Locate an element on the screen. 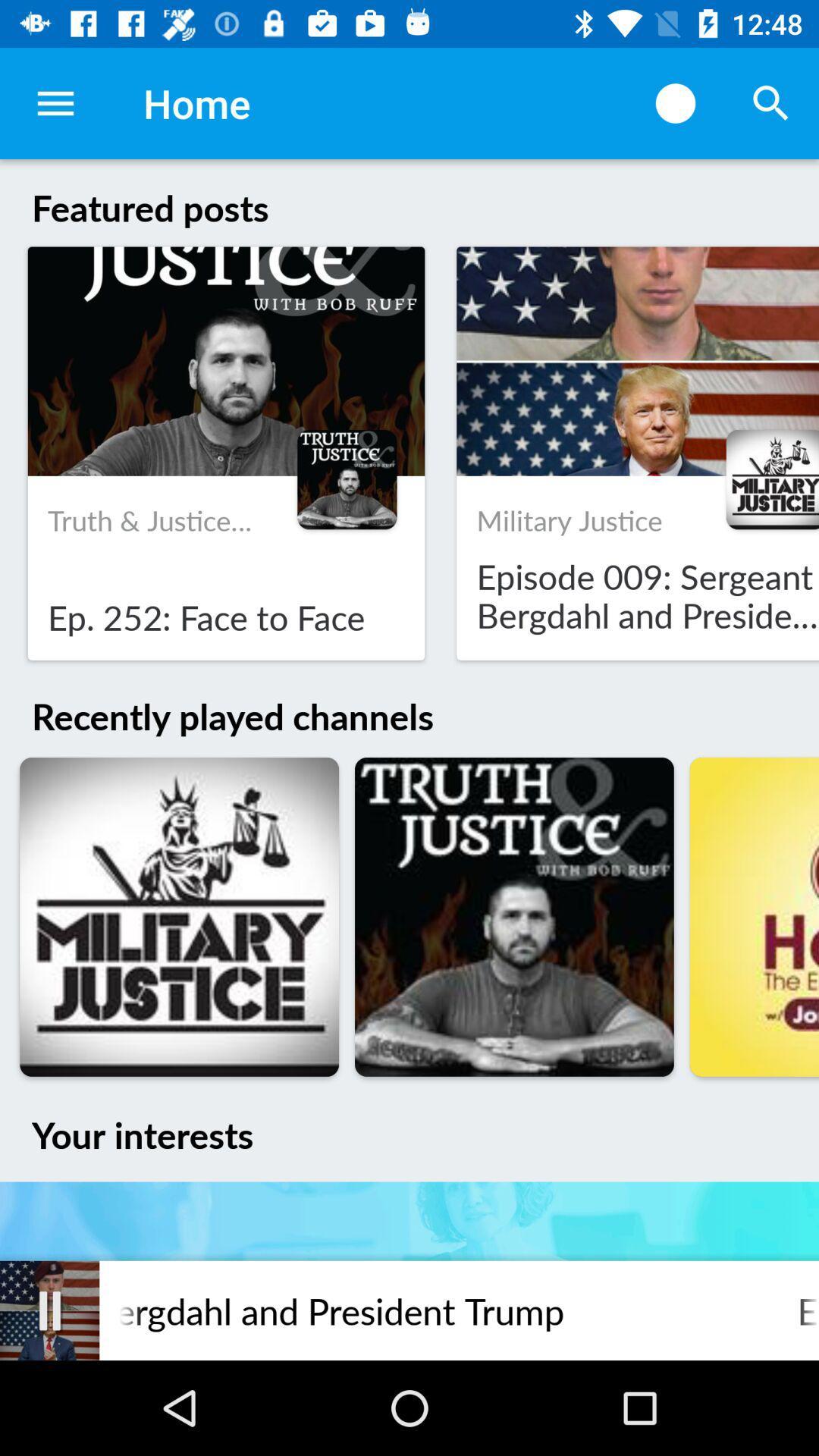  item above featured posts item is located at coordinates (771, 102).